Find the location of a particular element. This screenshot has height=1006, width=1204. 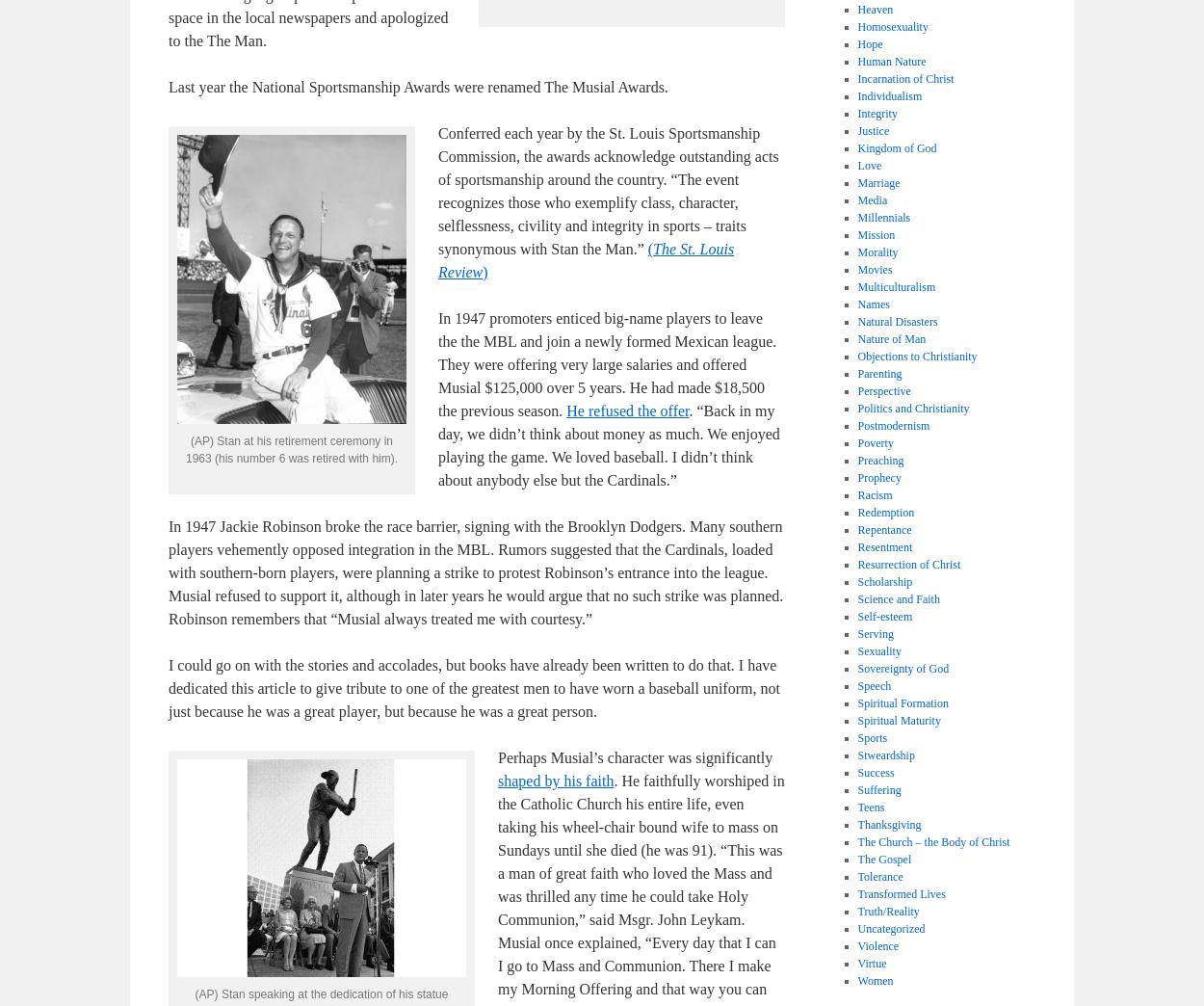

'Tolerance' is located at coordinates (879, 876).